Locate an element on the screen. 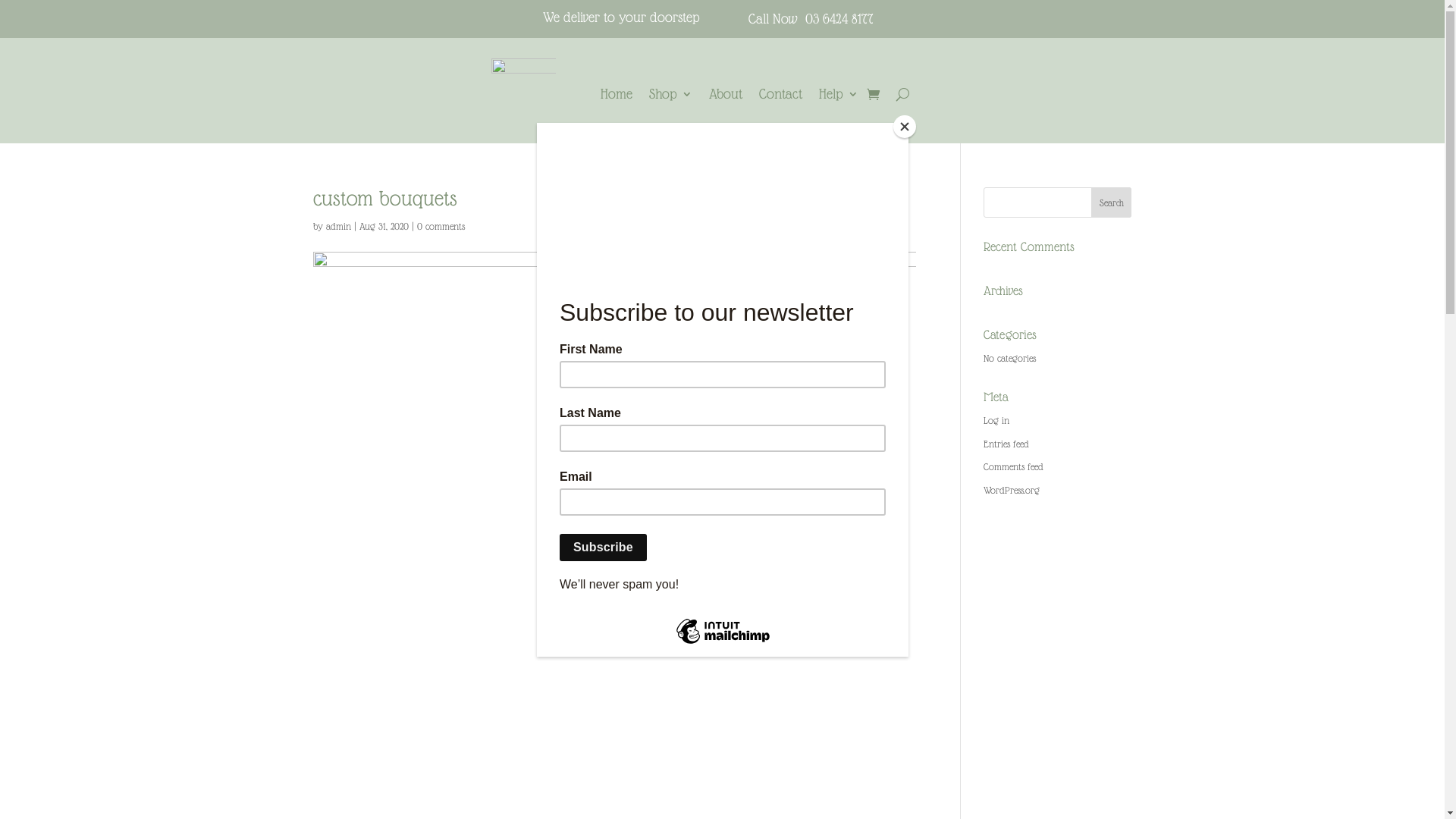 The width and height of the screenshot is (1456, 819). 'Contact' is located at coordinates (780, 96).